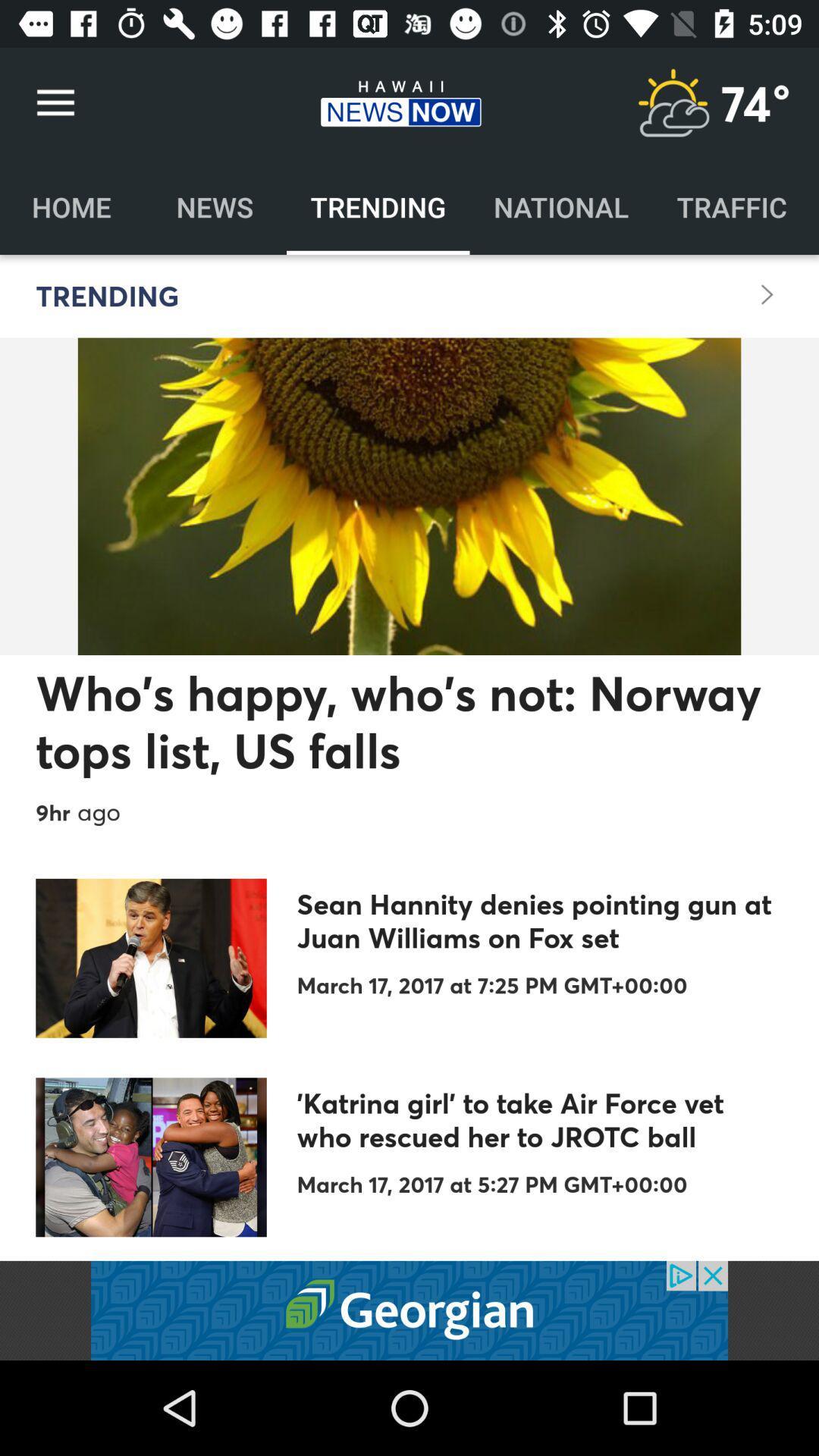 This screenshot has width=819, height=1456. Describe the element at coordinates (409, 1310) in the screenshot. I see `advertisement link` at that location.